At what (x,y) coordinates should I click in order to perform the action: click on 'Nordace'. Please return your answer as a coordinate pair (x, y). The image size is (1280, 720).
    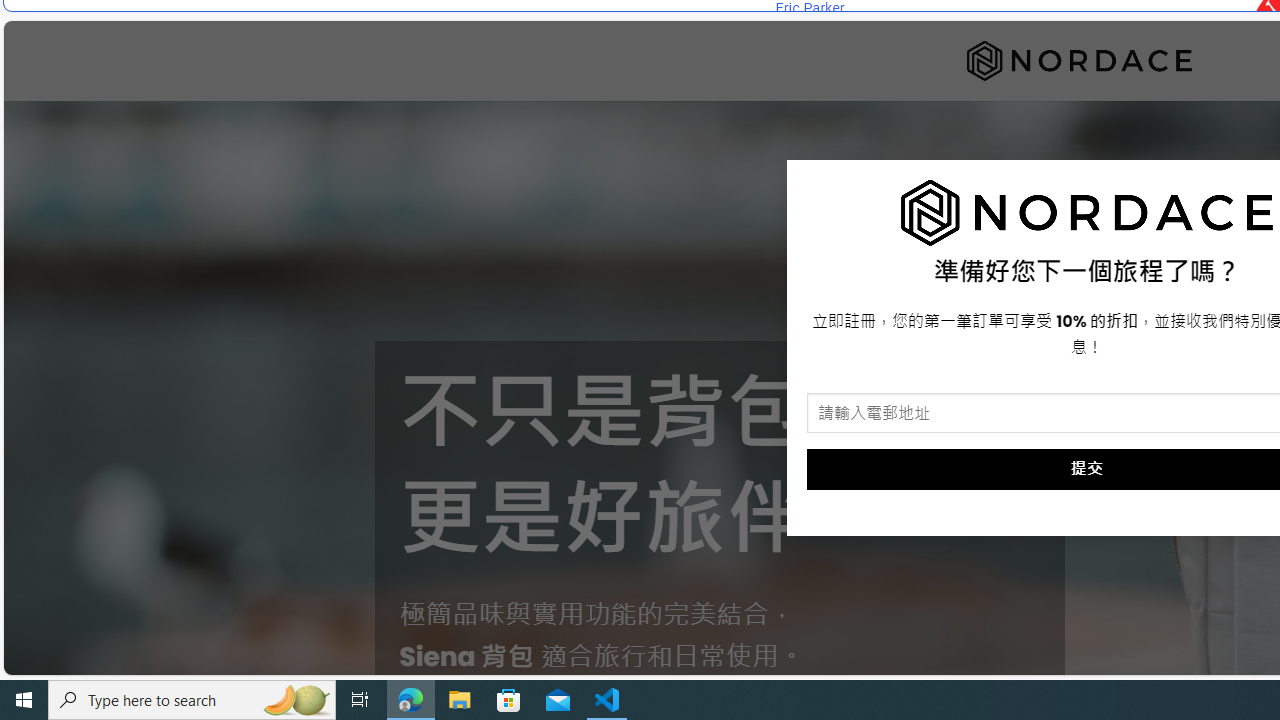
    Looking at the image, I should click on (1078, 59).